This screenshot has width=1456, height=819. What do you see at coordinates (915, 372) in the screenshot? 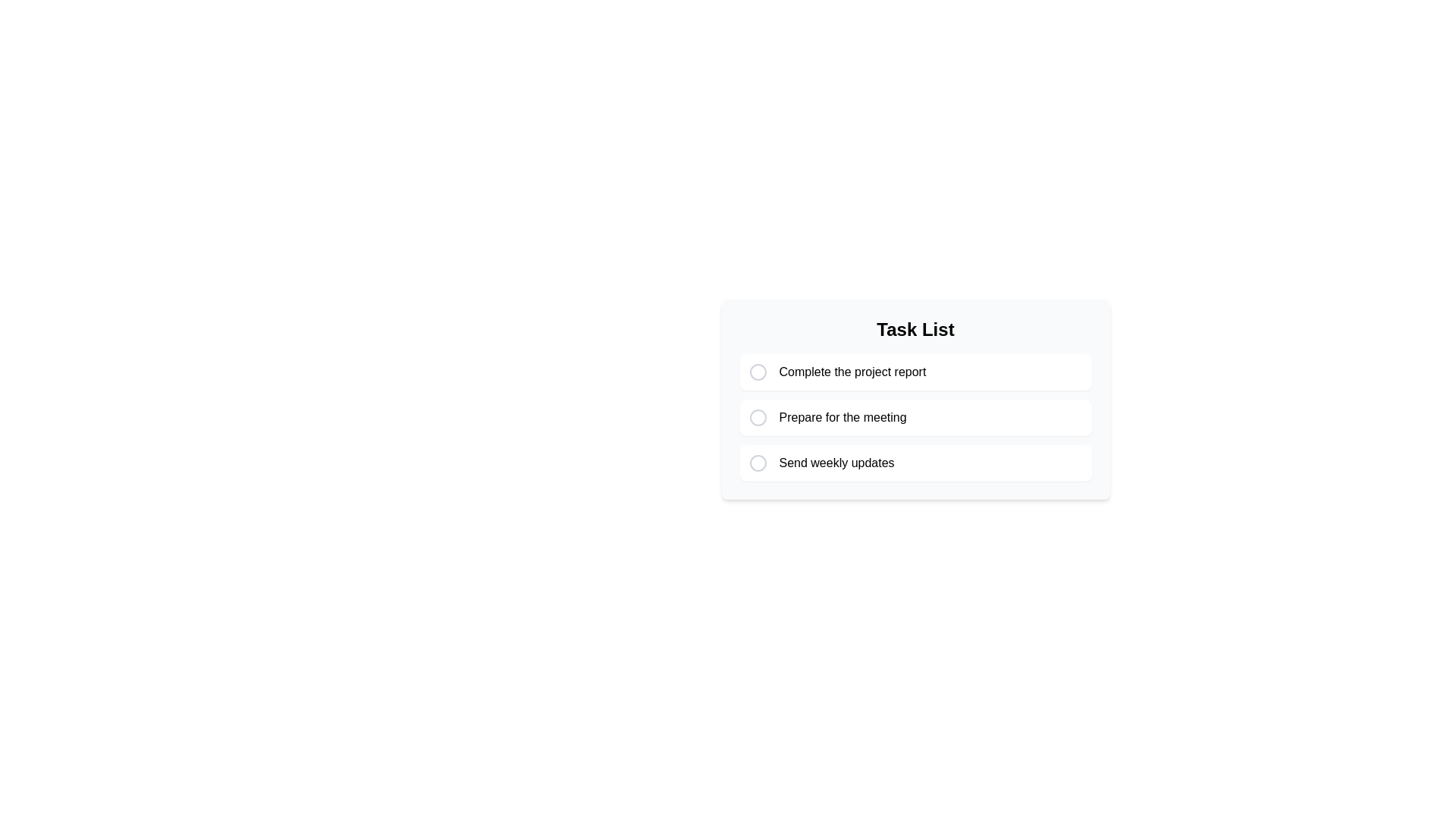
I see `the task item labeled 'Complete the project report'` at bounding box center [915, 372].